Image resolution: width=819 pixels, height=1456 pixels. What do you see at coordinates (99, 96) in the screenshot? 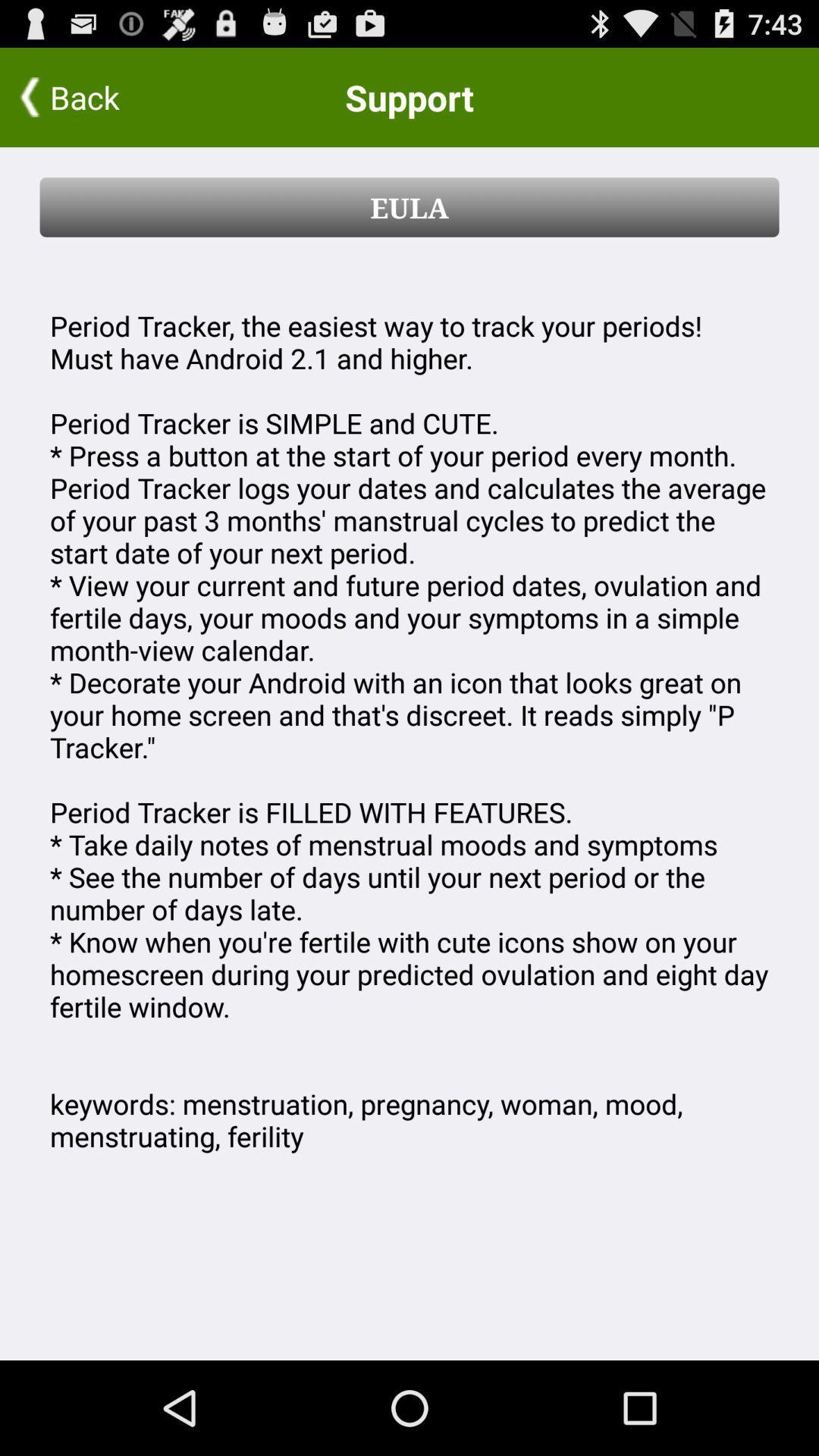
I see `the back button` at bounding box center [99, 96].